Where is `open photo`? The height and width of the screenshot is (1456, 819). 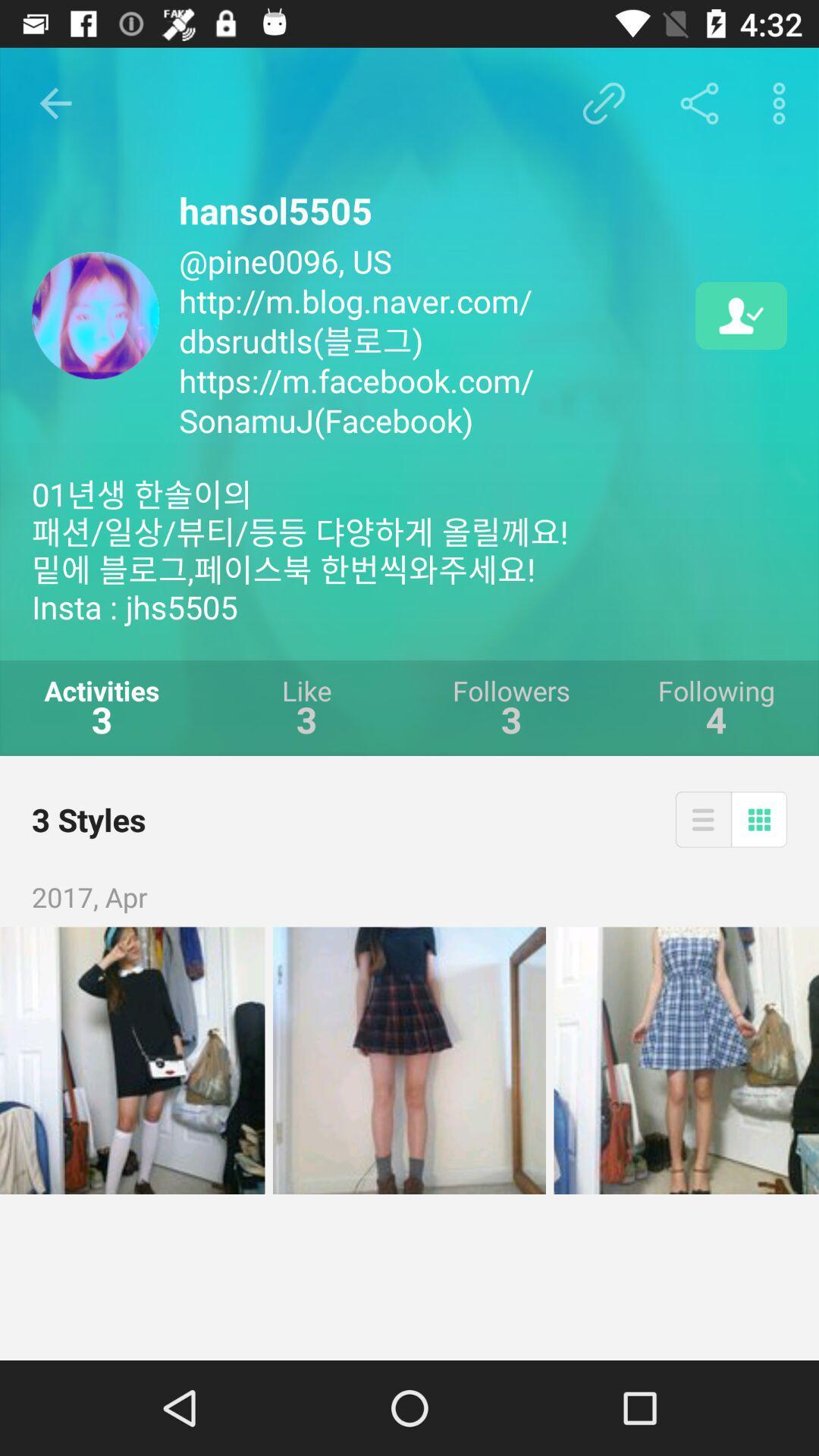
open photo is located at coordinates (131, 1059).